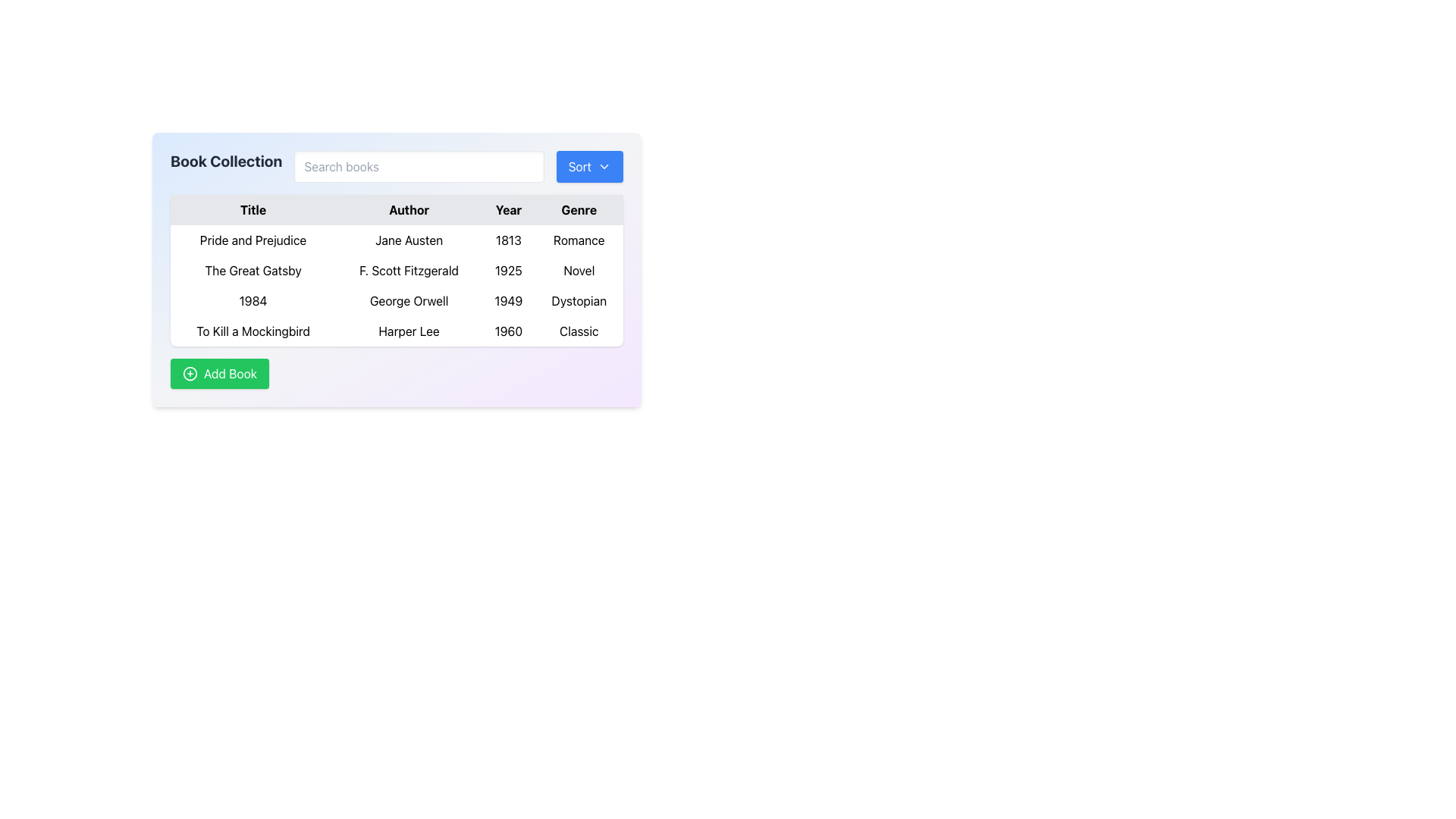 This screenshot has height=819, width=1456. Describe the element at coordinates (508, 239) in the screenshot. I see `the text display showing the year '1813' in the 'Year' column of the table for the book 'Pride and Prejudice'` at that location.